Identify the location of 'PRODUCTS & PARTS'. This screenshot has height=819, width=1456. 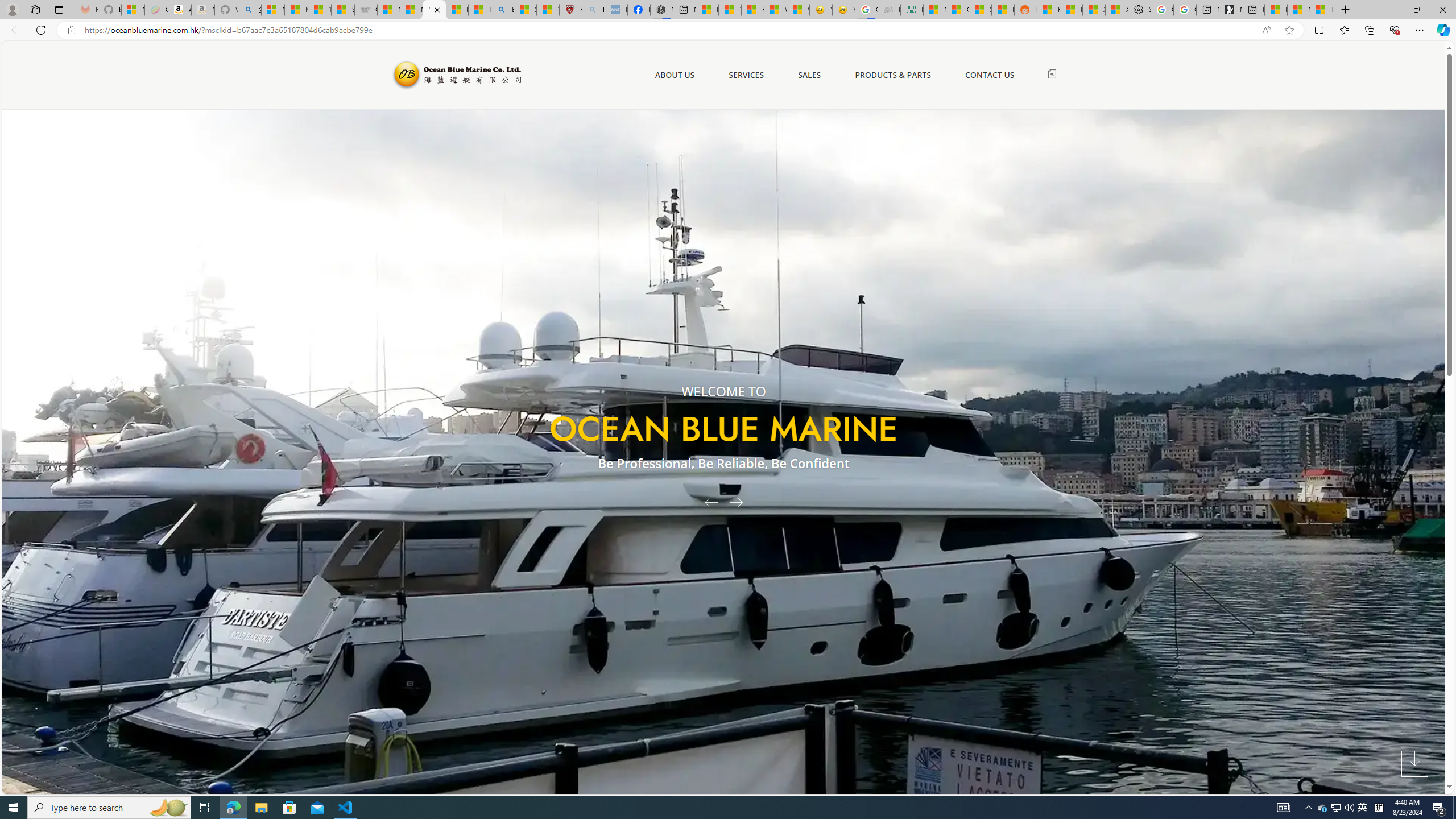
(892, 75).